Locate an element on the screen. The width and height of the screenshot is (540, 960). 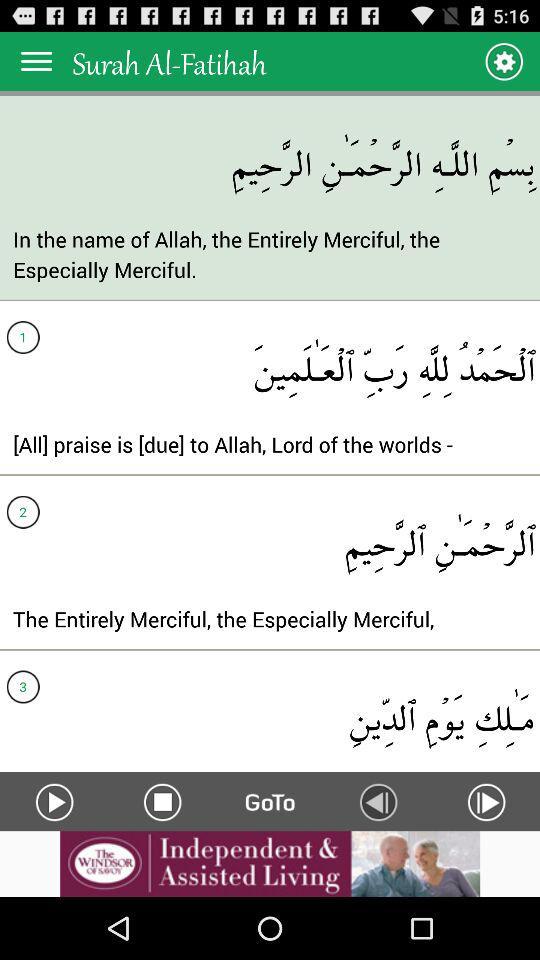
the menu option is located at coordinates (36, 61).